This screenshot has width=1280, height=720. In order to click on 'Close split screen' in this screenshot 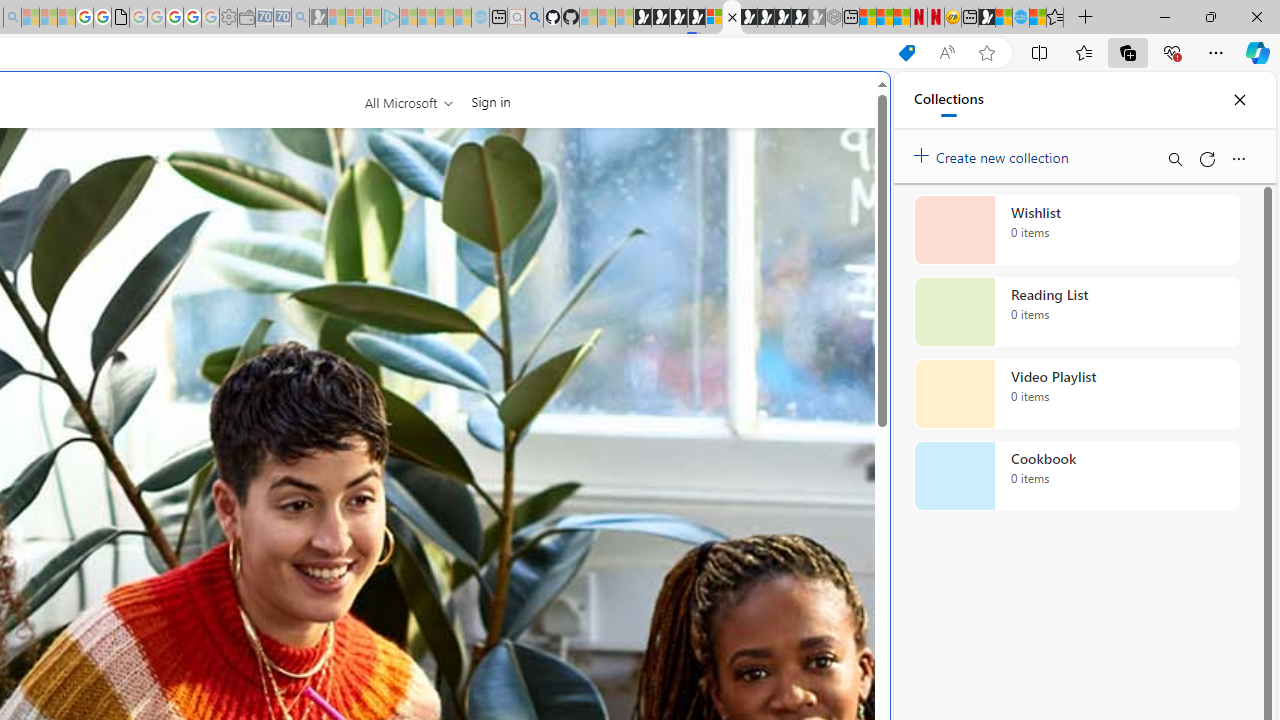, I will do `click(844, 102)`.